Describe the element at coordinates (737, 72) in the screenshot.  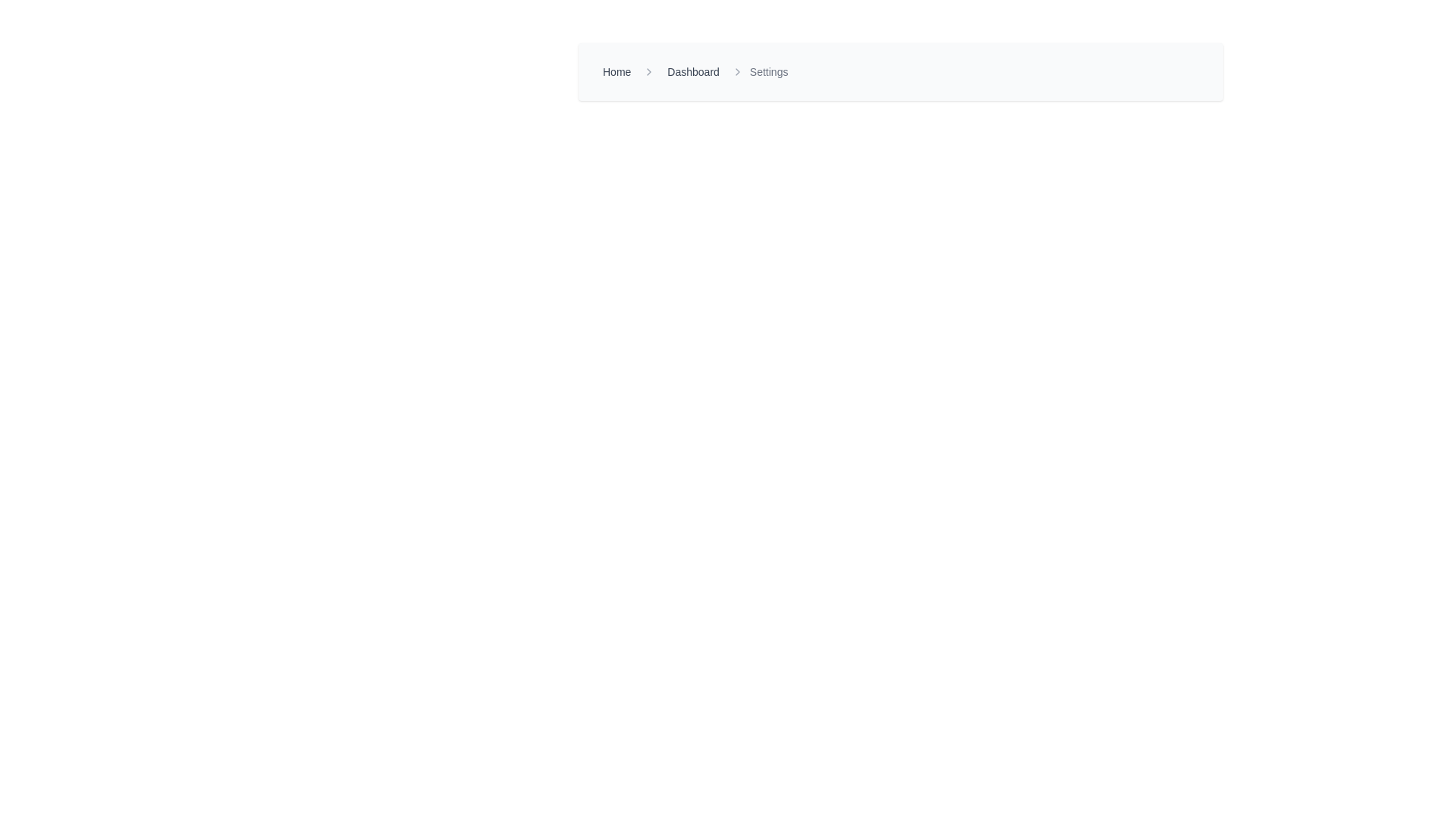
I see `the Navigation separator arrow icon located between the 'Dashboard' and 'Settings' text links in the breadcrumb navigation` at that location.